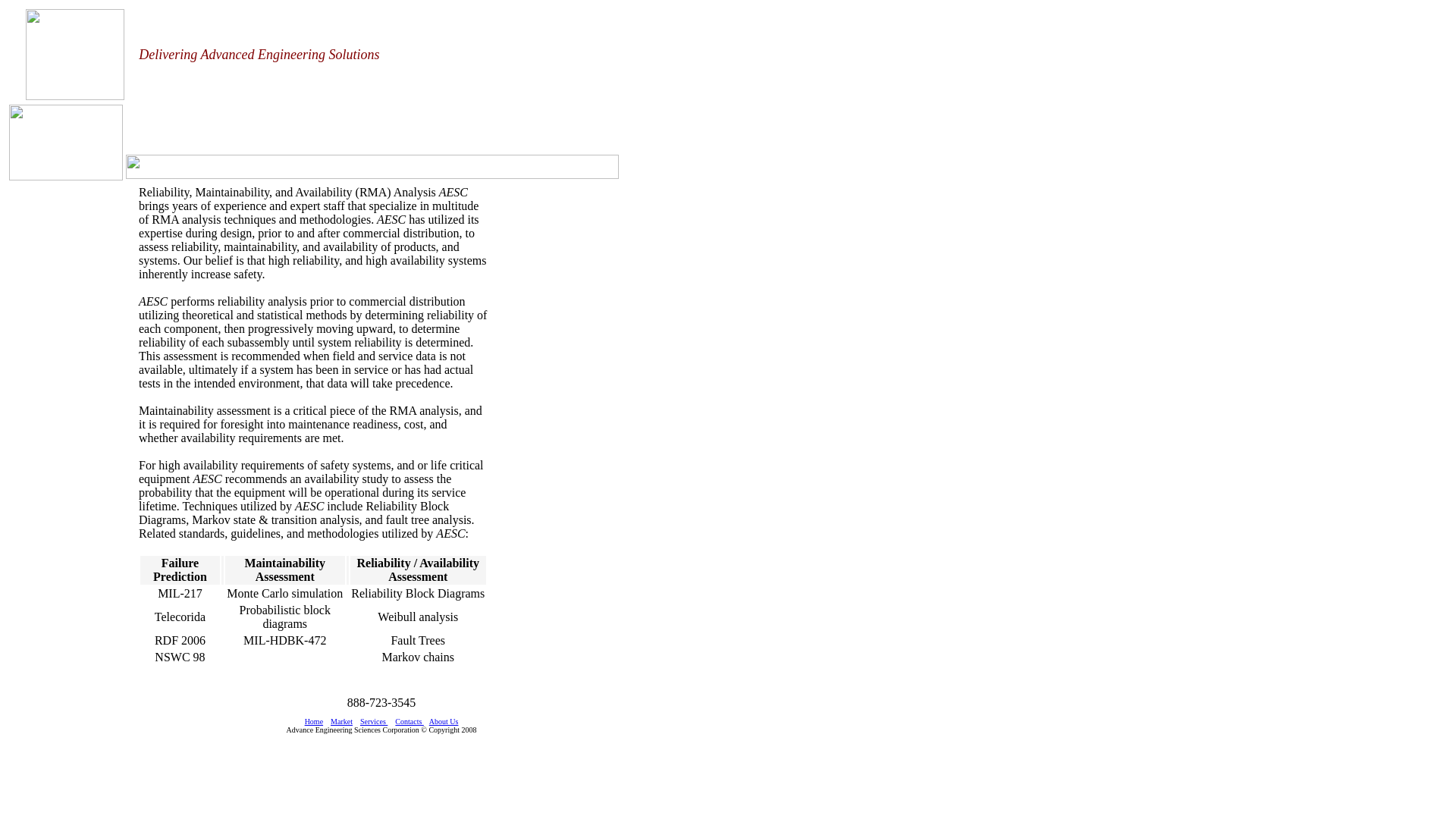 The image size is (1456, 819). What do you see at coordinates (312, 720) in the screenshot?
I see `'Home'` at bounding box center [312, 720].